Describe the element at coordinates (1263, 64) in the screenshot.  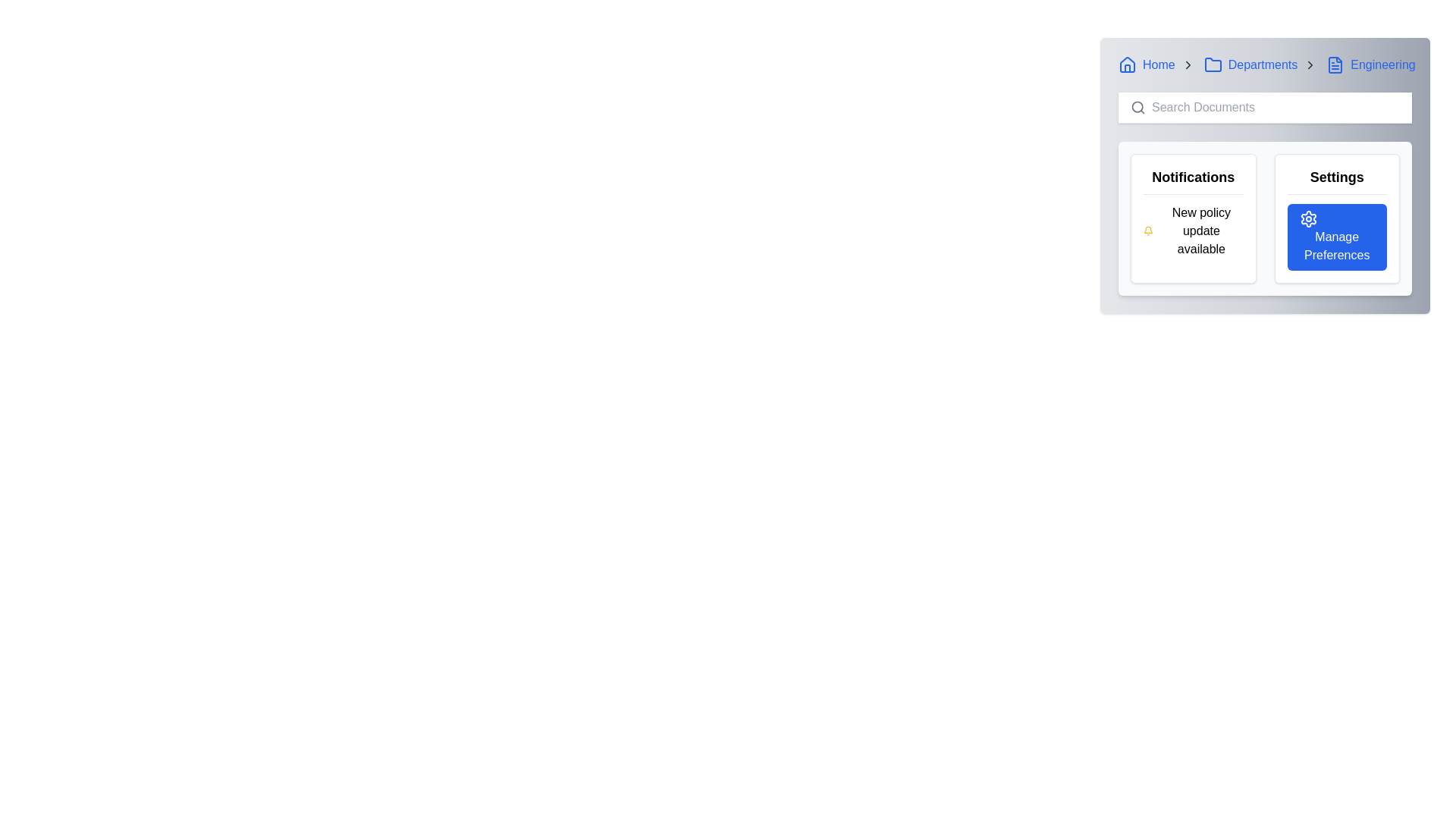
I see `the static text label that identifies the current navigation level in the breadcrumb, positioned as the third item after 'Home' and the folder icon` at that location.